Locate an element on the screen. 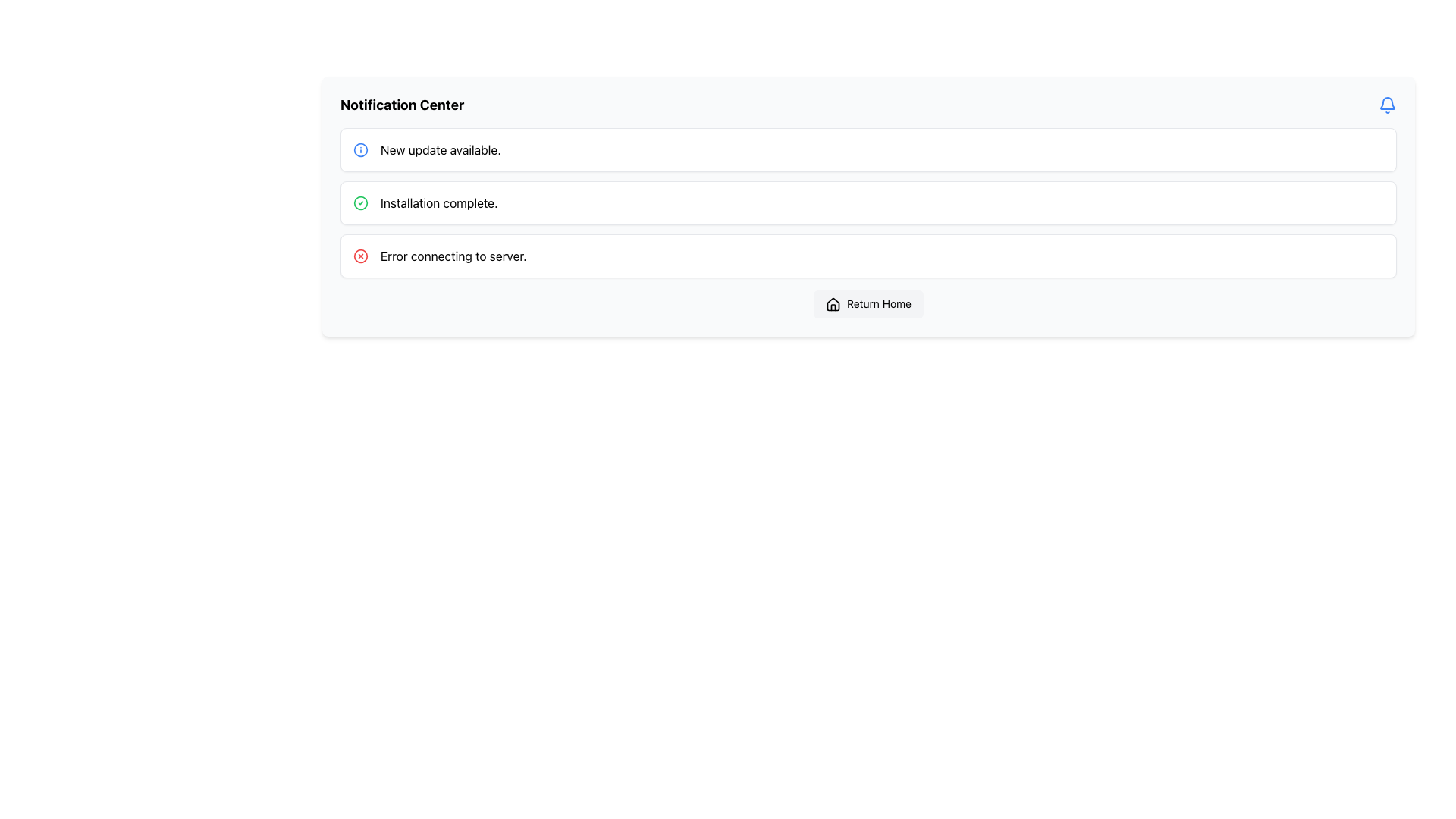 Image resolution: width=1456 pixels, height=819 pixels. error message presented in the third list item of the Notification Center, which indicates a connection issue is located at coordinates (453, 256).